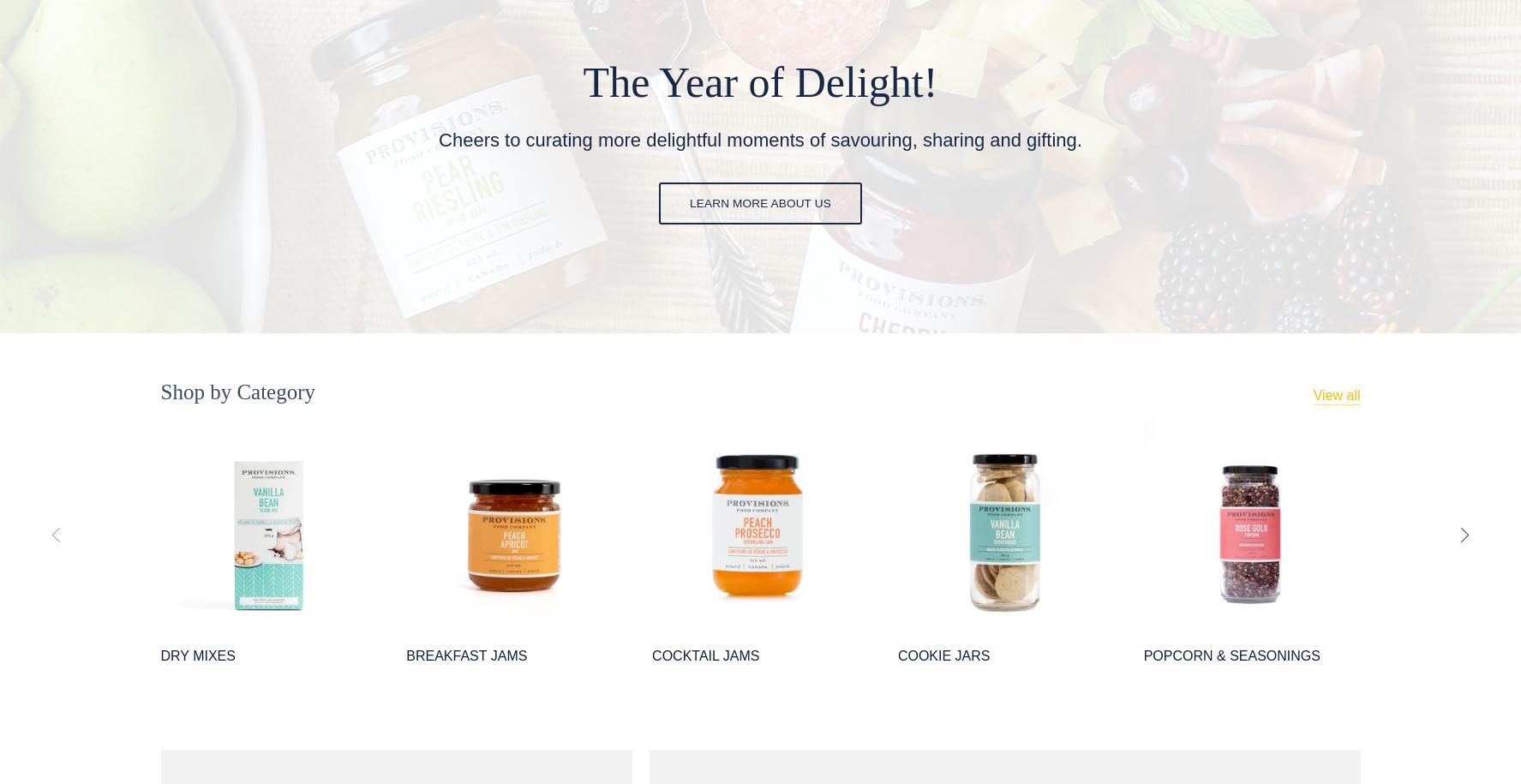 The image size is (1521, 784). What do you see at coordinates (1231, 655) in the screenshot?
I see `'POPCORN & SEASONINGS'` at bounding box center [1231, 655].